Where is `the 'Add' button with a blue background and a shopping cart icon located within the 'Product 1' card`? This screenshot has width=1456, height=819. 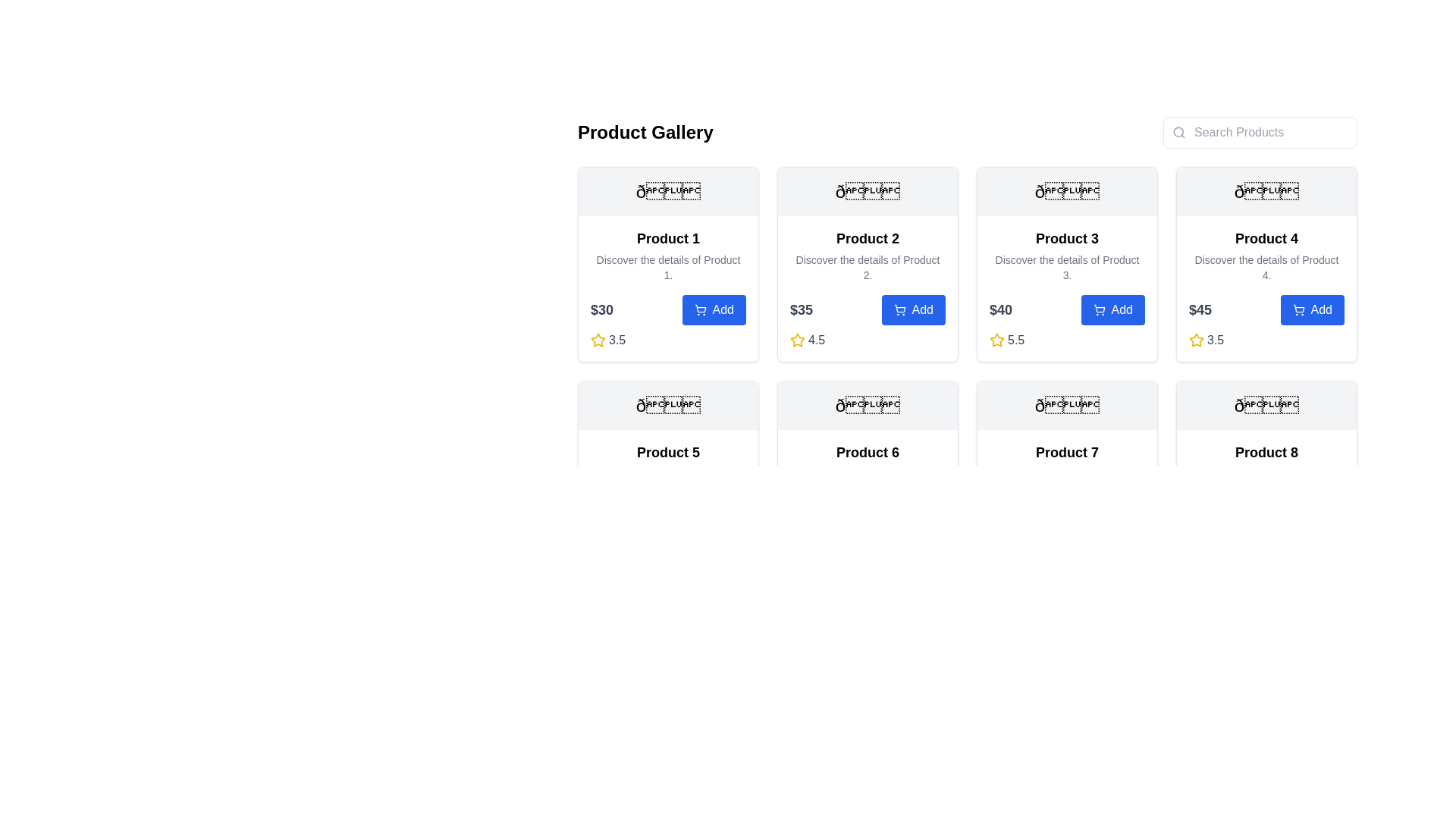
the 'Add' button with a blue background and a shopping cart icon located within the 'Product 1' card is located at coordinates (713, 309).